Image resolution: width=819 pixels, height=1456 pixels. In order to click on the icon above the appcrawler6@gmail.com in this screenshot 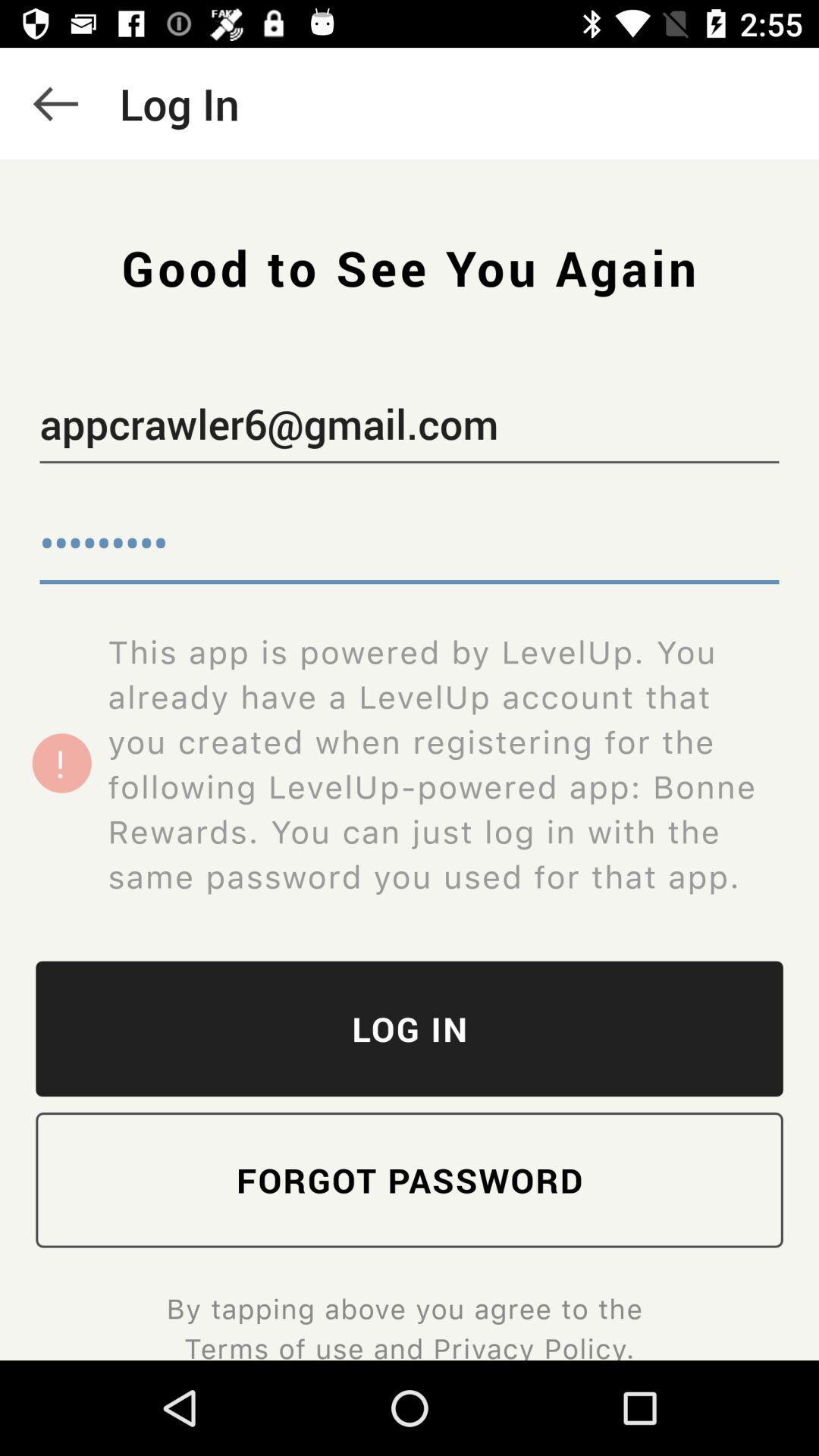, I will do `click(55, 102)`.